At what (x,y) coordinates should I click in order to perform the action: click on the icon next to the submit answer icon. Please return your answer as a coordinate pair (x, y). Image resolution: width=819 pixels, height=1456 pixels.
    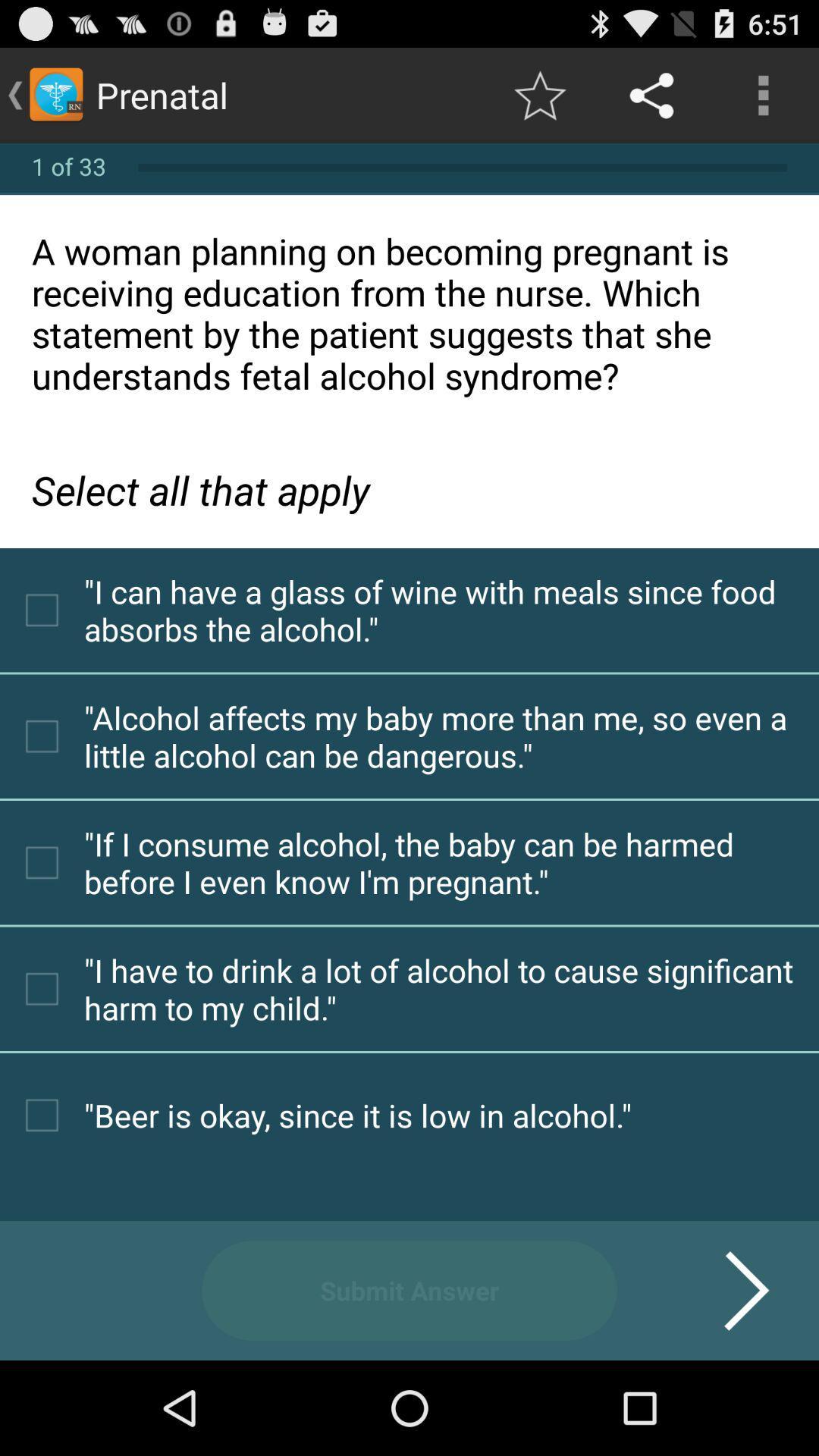
    Looking at the image, I should click on (727, 1290).